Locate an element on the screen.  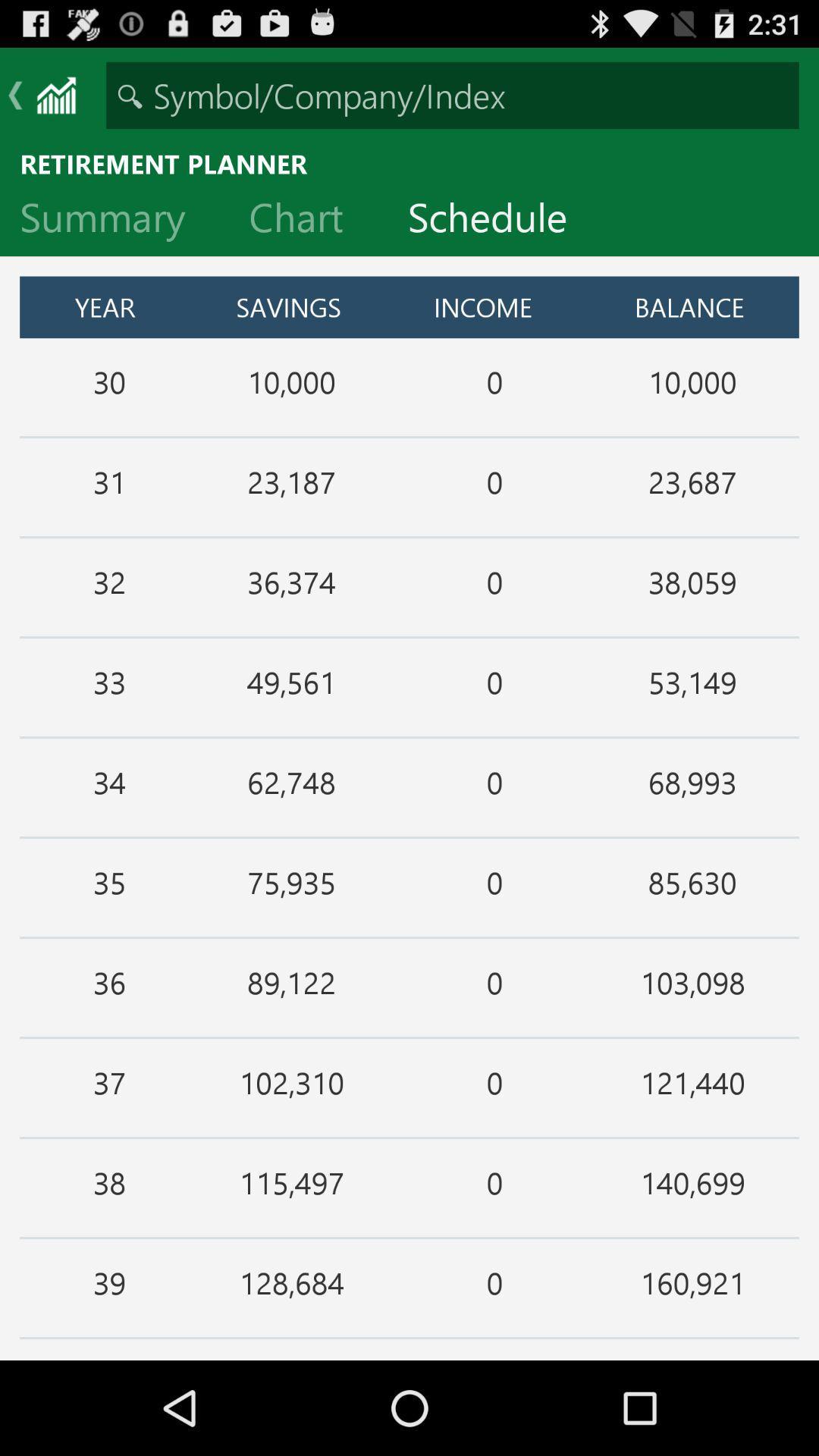
the item below retirement planner icon is located at coordinates (307, 220).